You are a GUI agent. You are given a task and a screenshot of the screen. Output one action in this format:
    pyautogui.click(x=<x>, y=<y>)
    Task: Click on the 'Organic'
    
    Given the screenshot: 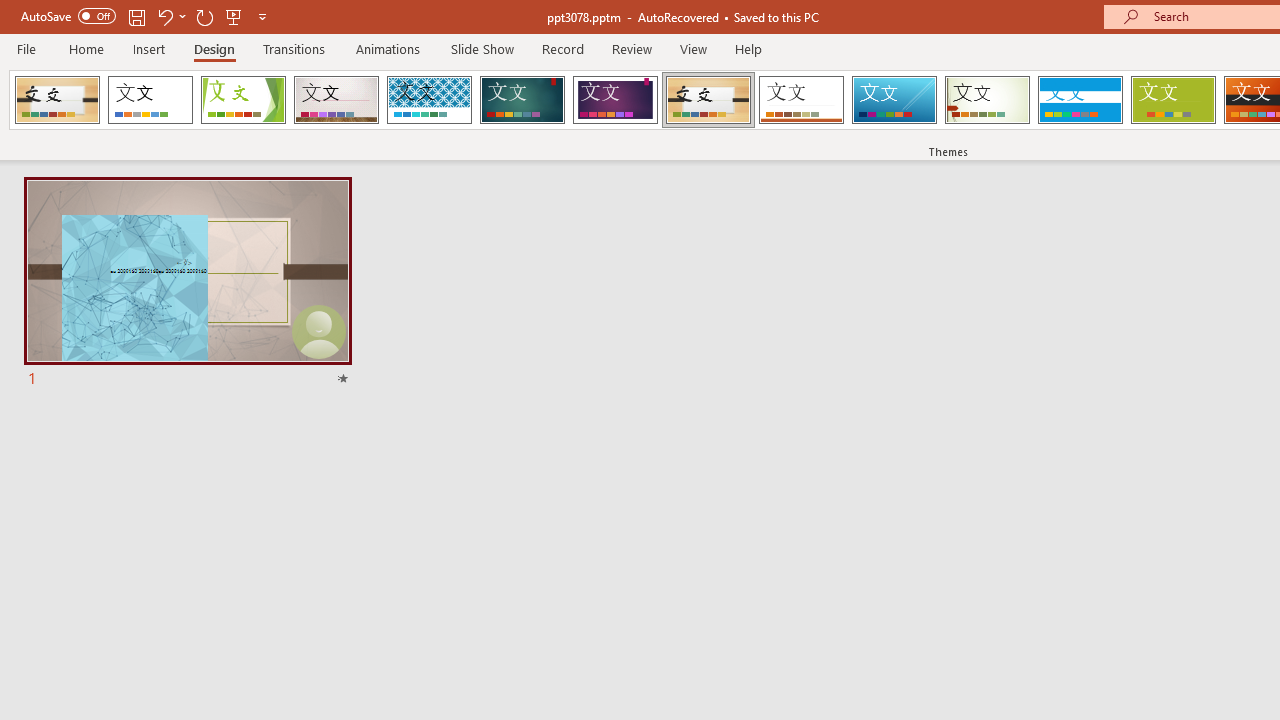 What is the action you would take?
    pyautogui.click(x=708, y=100)
    